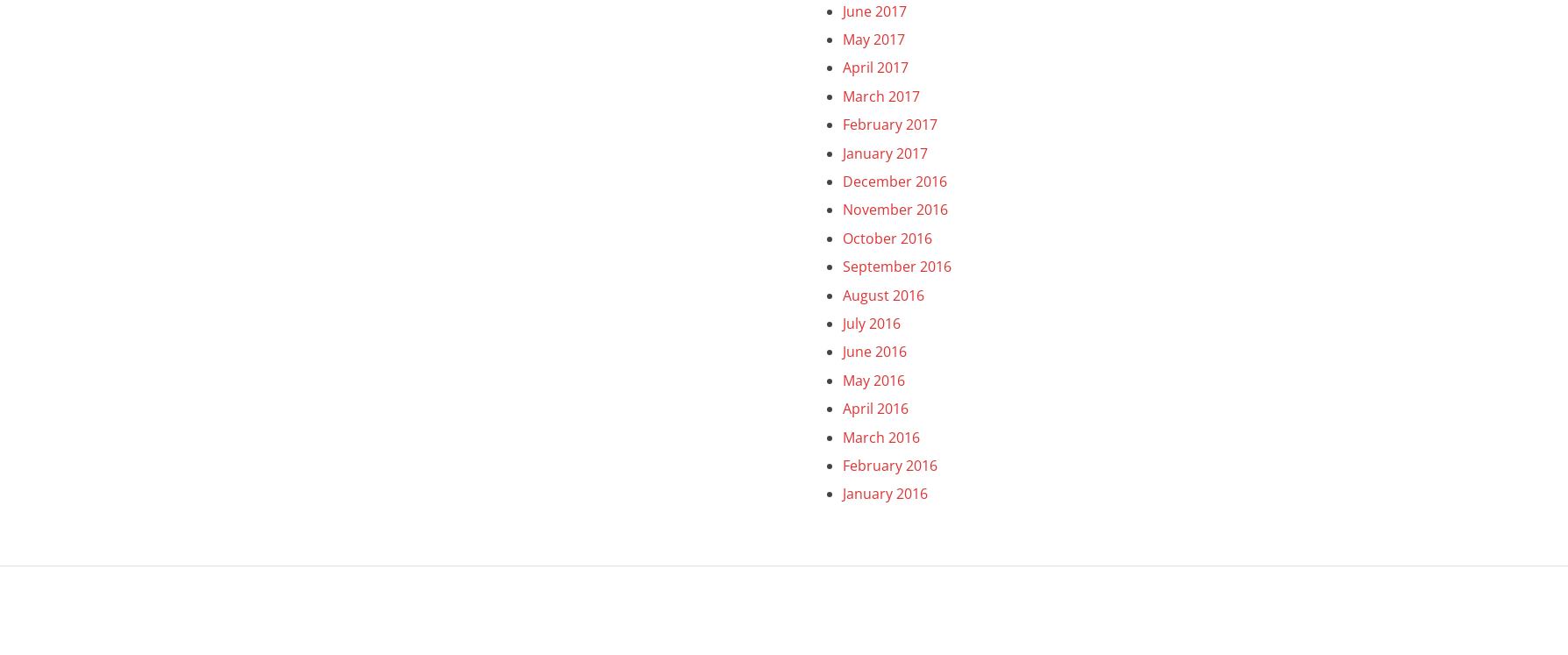  Describe the element at coordinates (841, 350) in the screenshot. I see `'June 2016'` at that location.